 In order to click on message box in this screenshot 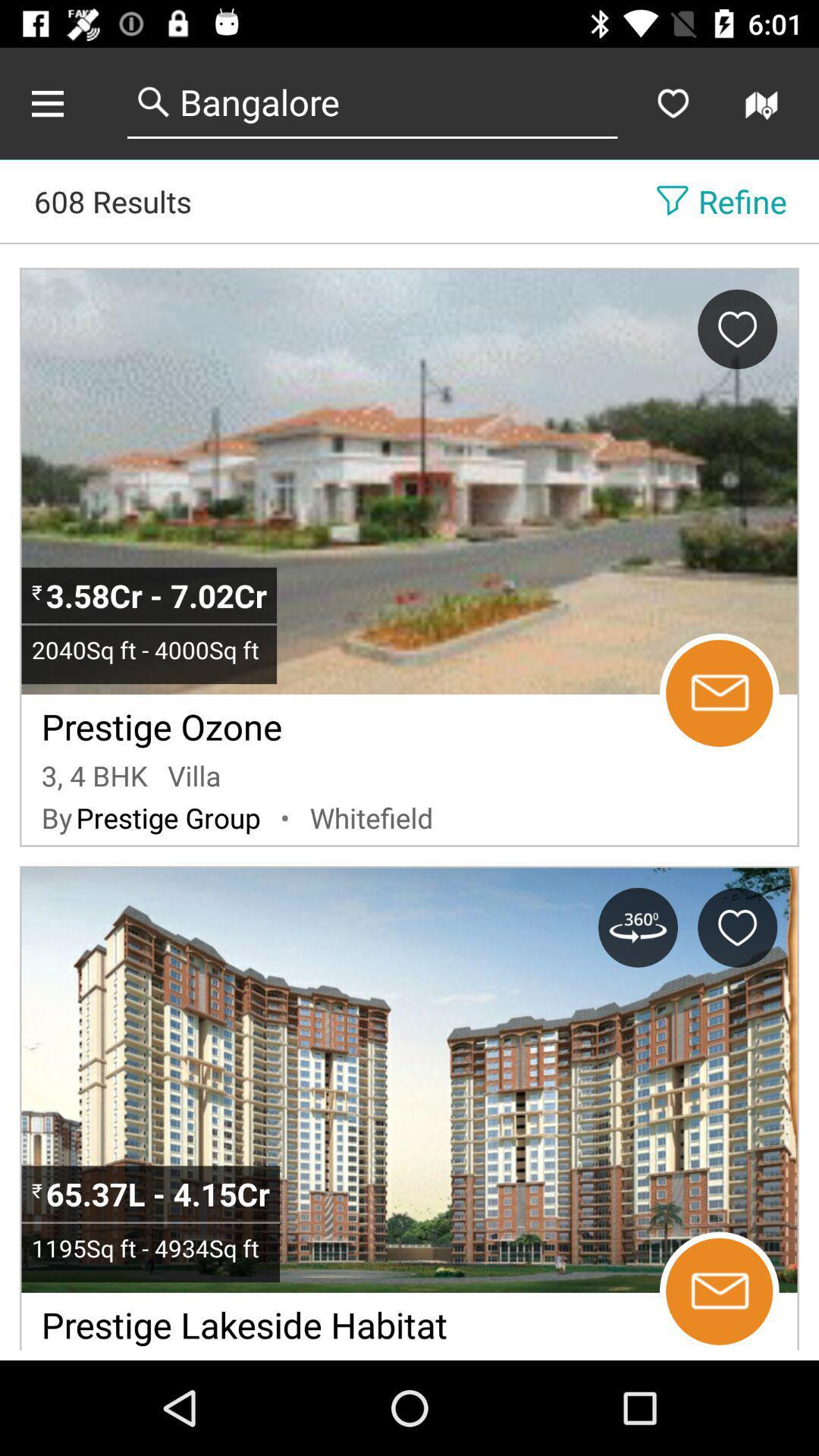, I will do `click(718, 692)`.